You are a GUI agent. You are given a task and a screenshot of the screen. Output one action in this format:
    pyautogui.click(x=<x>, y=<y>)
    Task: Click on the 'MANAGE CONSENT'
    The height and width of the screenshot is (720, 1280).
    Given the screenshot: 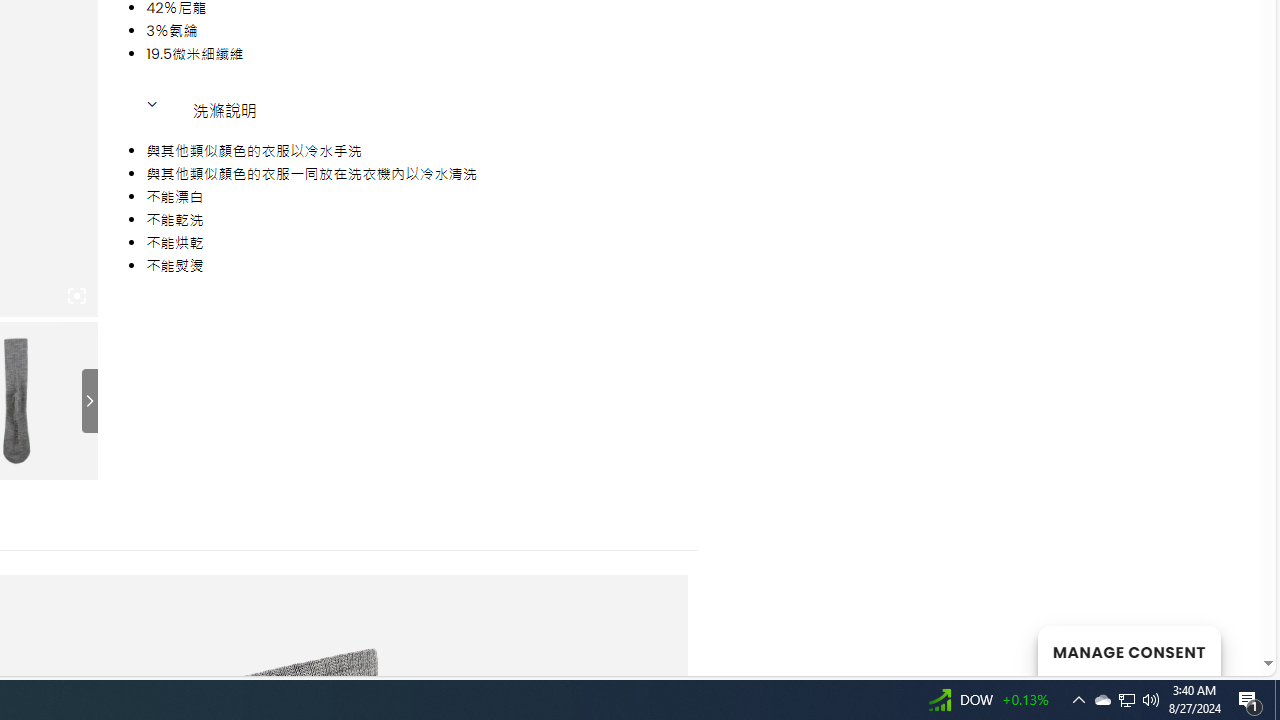 What is the action you would take?
    pyautogui.click(x=1128, y=650)
    